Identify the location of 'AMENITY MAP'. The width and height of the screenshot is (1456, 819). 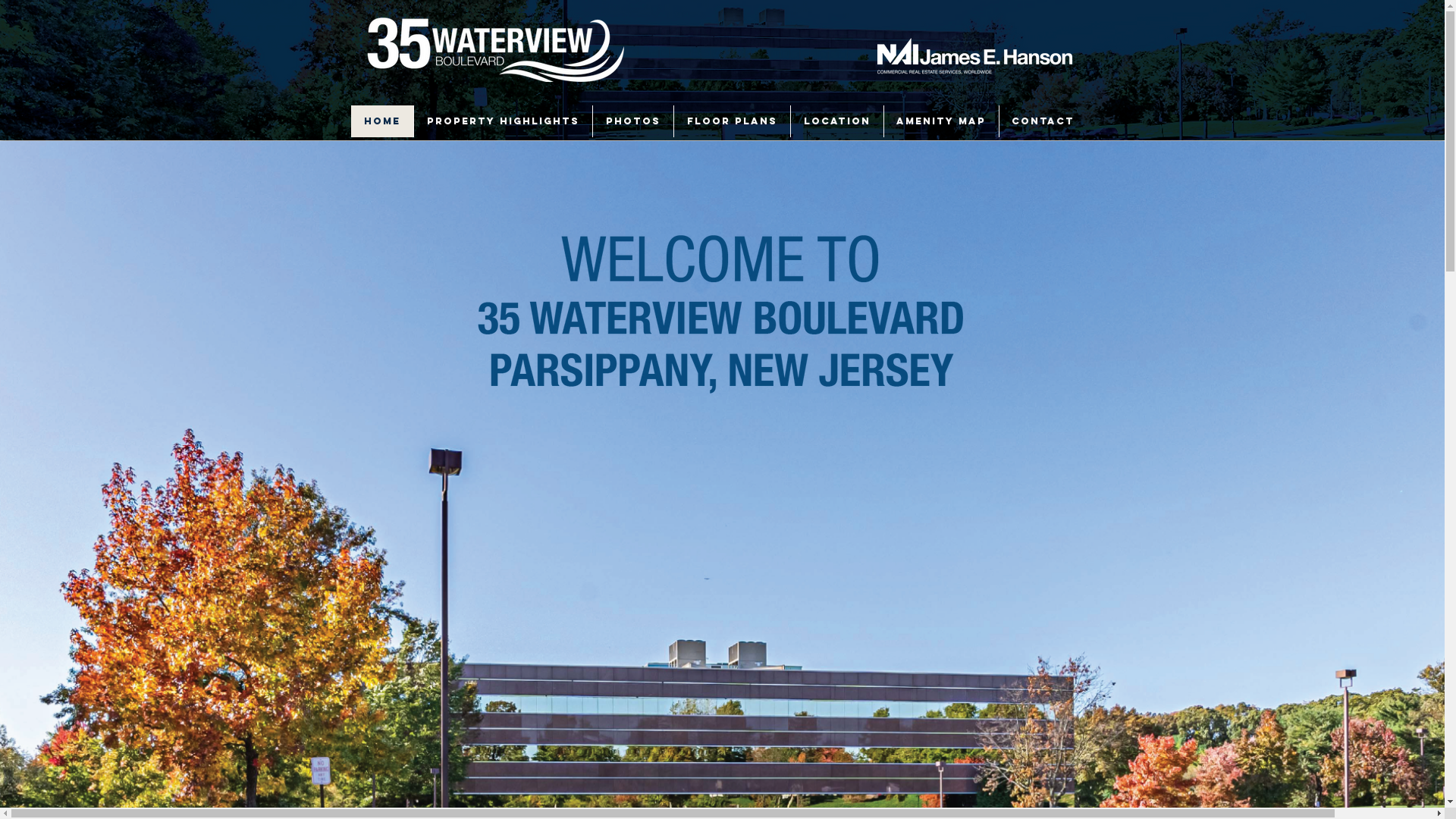
(939, 120).